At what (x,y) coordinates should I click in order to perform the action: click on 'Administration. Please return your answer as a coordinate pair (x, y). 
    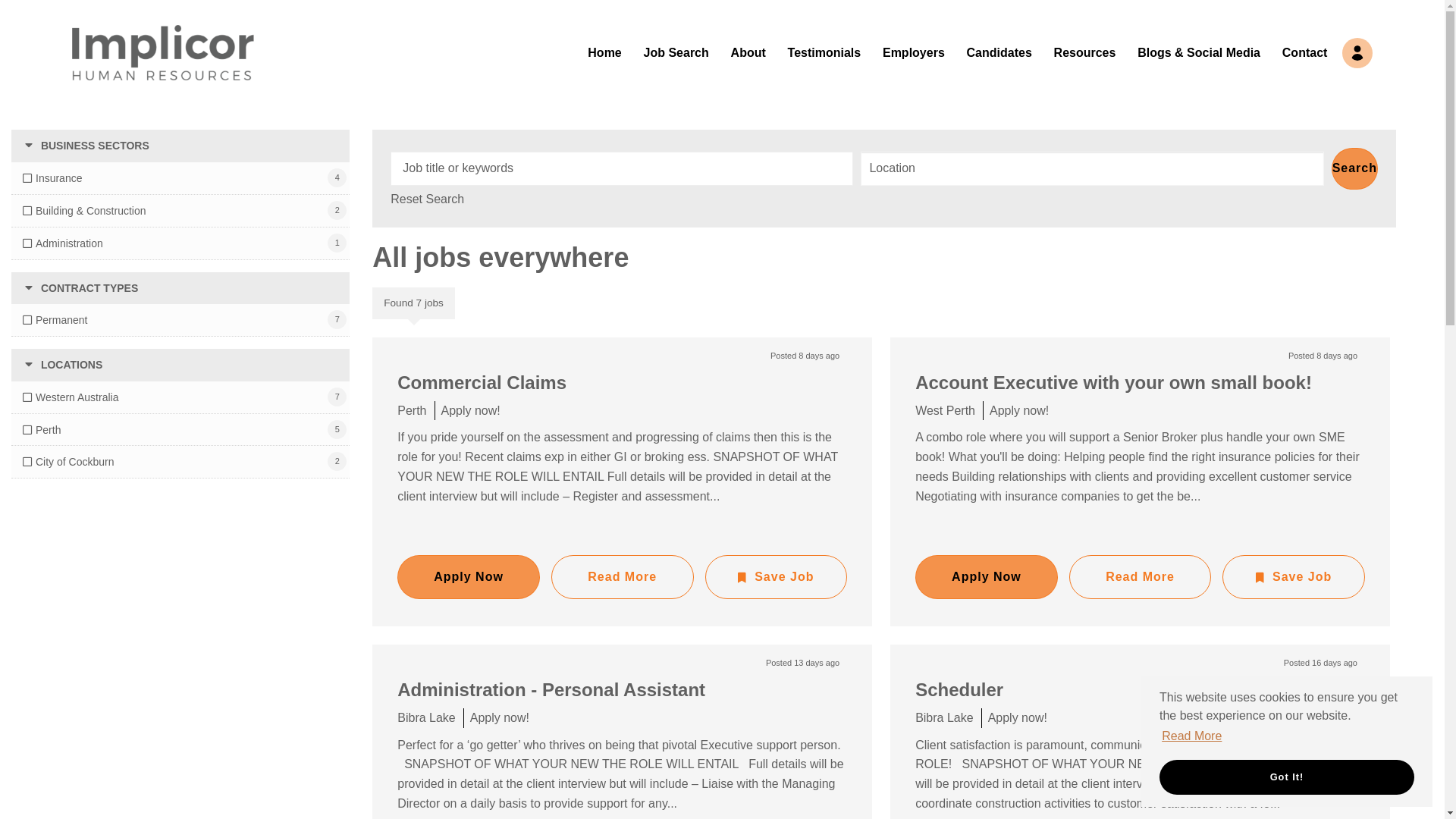
    Looking at the image, I should click on (61, 242).